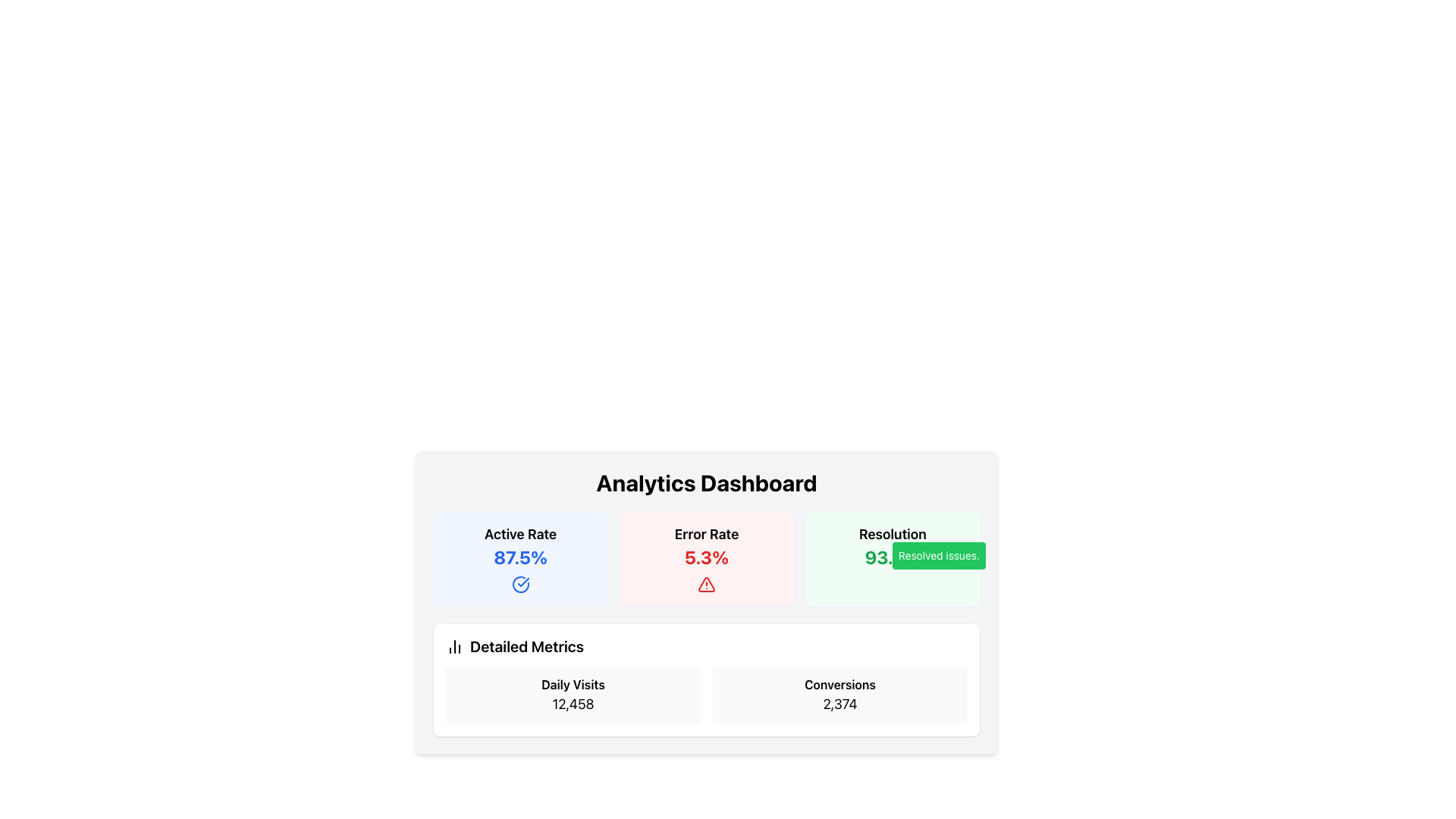 The height and width of the screenshot is (819, 1456). I want to click on the leftmost metric display card that shows the active rate percentage, which is part of a group of three cards at the top of the layout, so click(520, 558).